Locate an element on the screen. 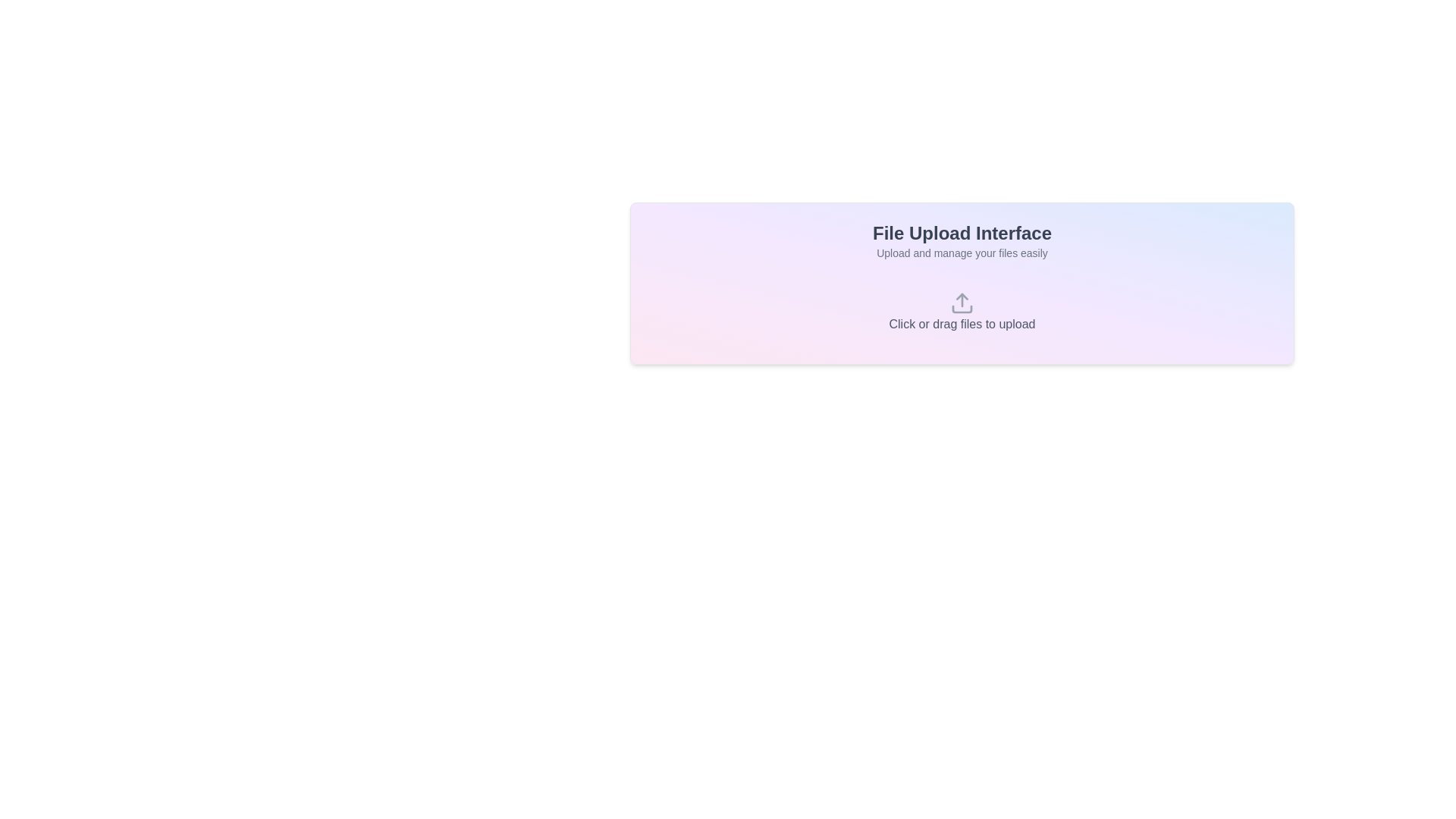 The width and height of the screenshot is (1456, 819). the File upload area with dashed borders and rounded corners, which features an upload icon and the text 'Click or drag files to upload' is located at coordinates (961, 312).